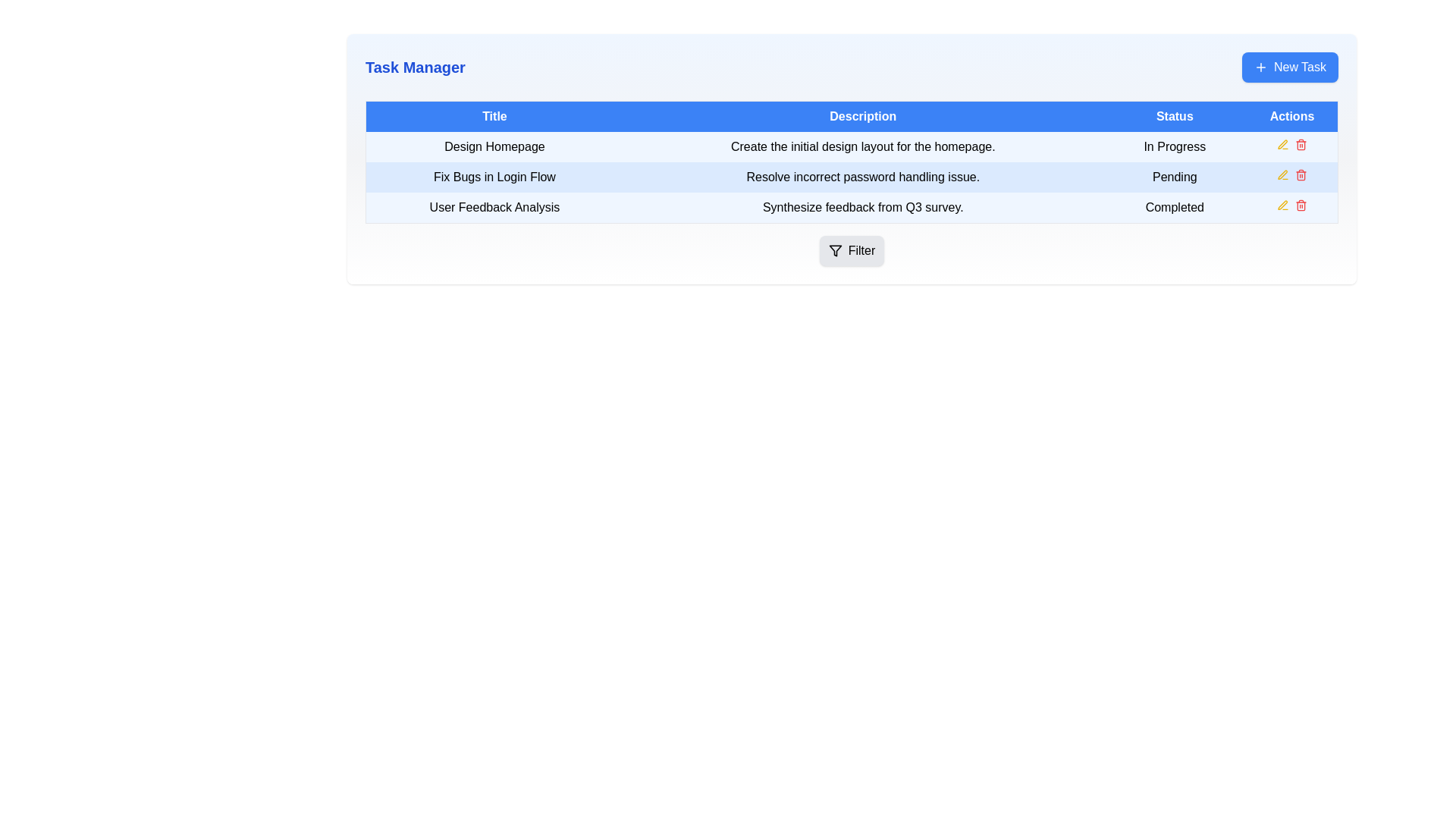  What do you see at coordinates (863, 115) in the screenshot?
I see `the blue-colored label with white text that displays 'Description', which is the second header in a row of four headers in the table layout` at bounding box center [863, 115].